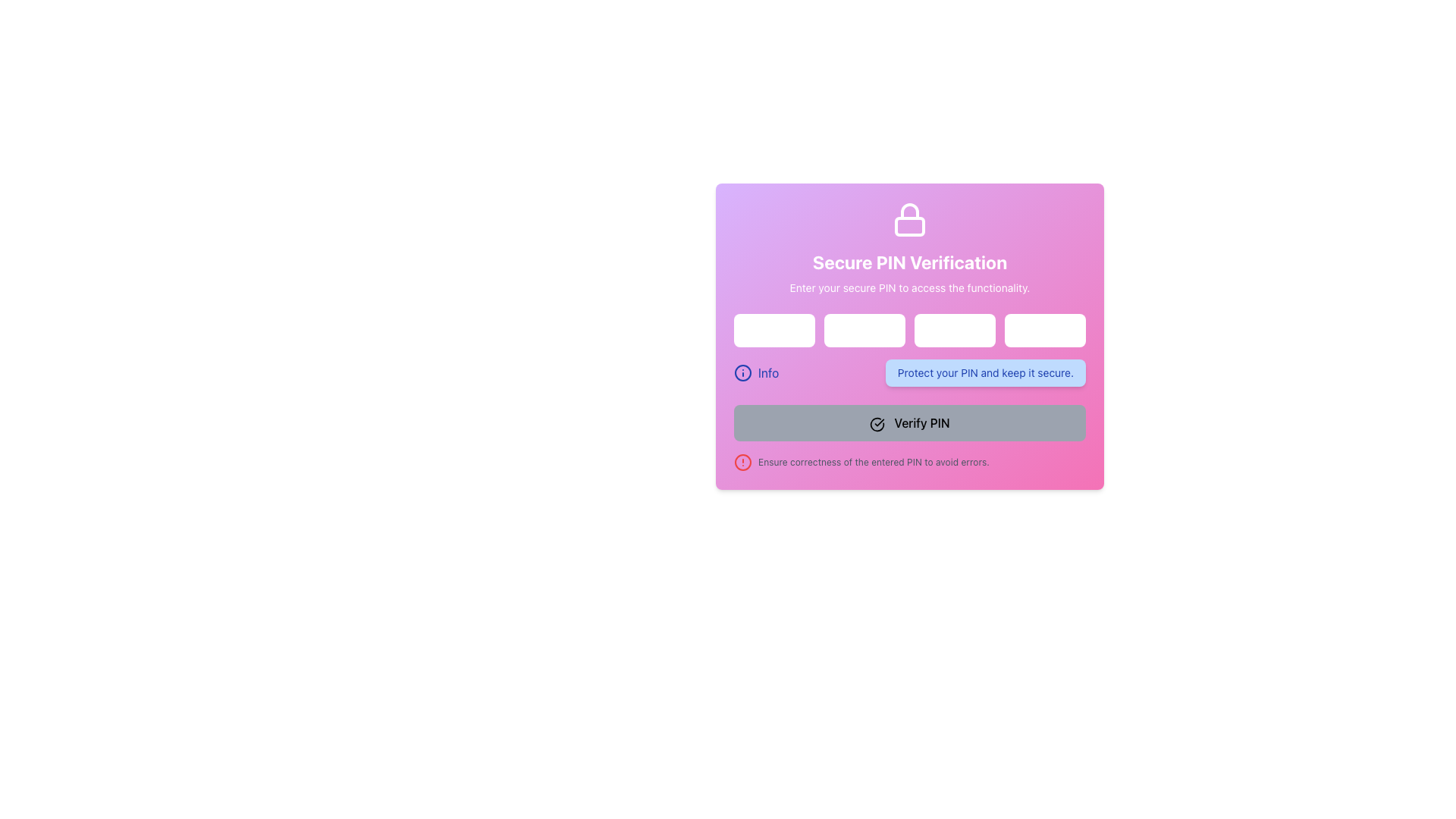  I want to click on the leftmost part of the 'Verify PIN' button's icon, which visually represents a status or action, so click(877, 424).